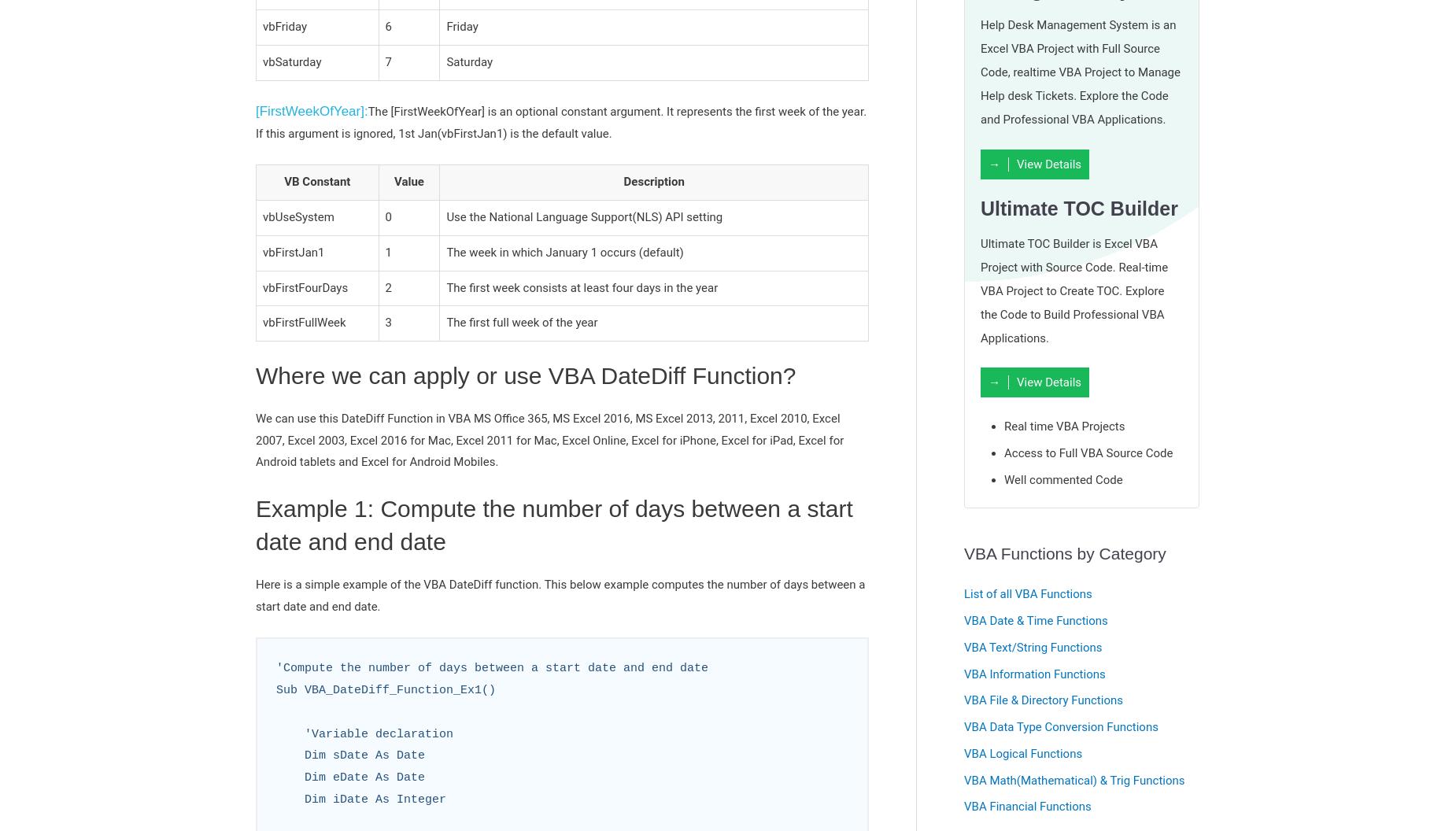 Image resolution: width=1456 pixels, height=831 pixels. Describe the element at coordinates (1026, 805) in the screenshot. I see `'VBA Financial Functions'` at that location.